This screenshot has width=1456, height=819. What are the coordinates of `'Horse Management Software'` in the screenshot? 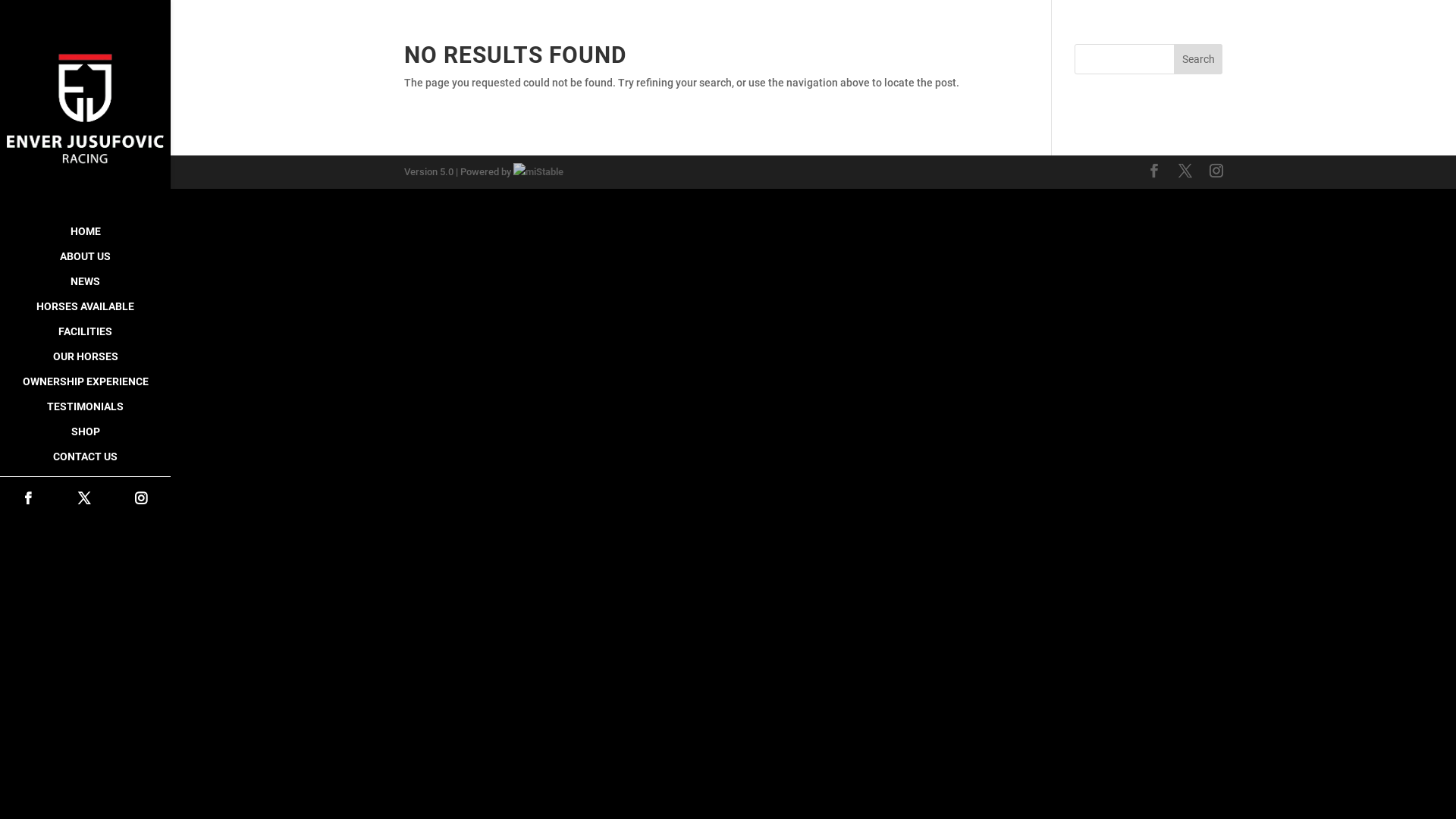 It's located at (538, 171).